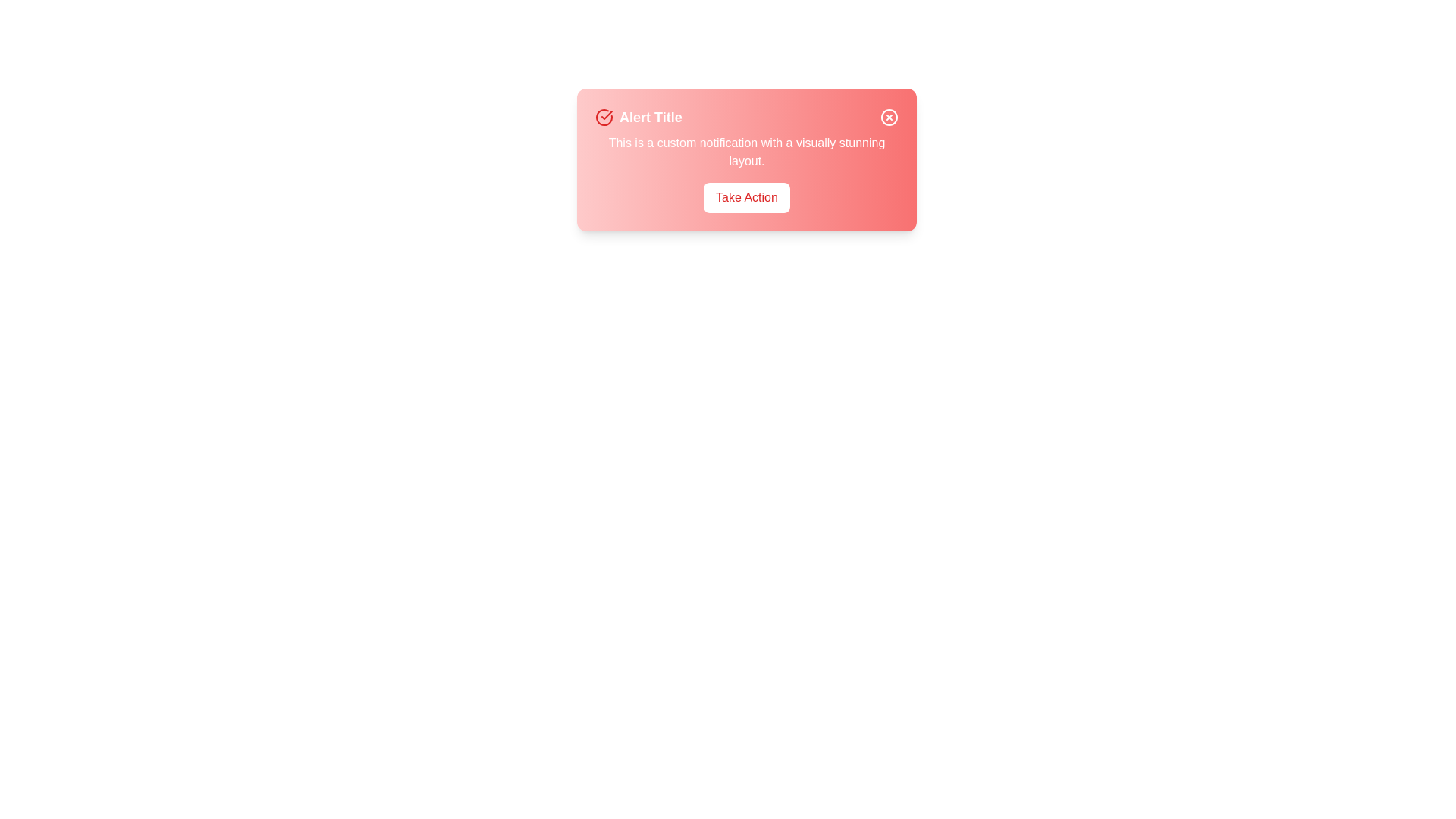  Describe the element at coordinates (889, 116) in the screenshot. I see `close button to dismiss the alert` at that location.